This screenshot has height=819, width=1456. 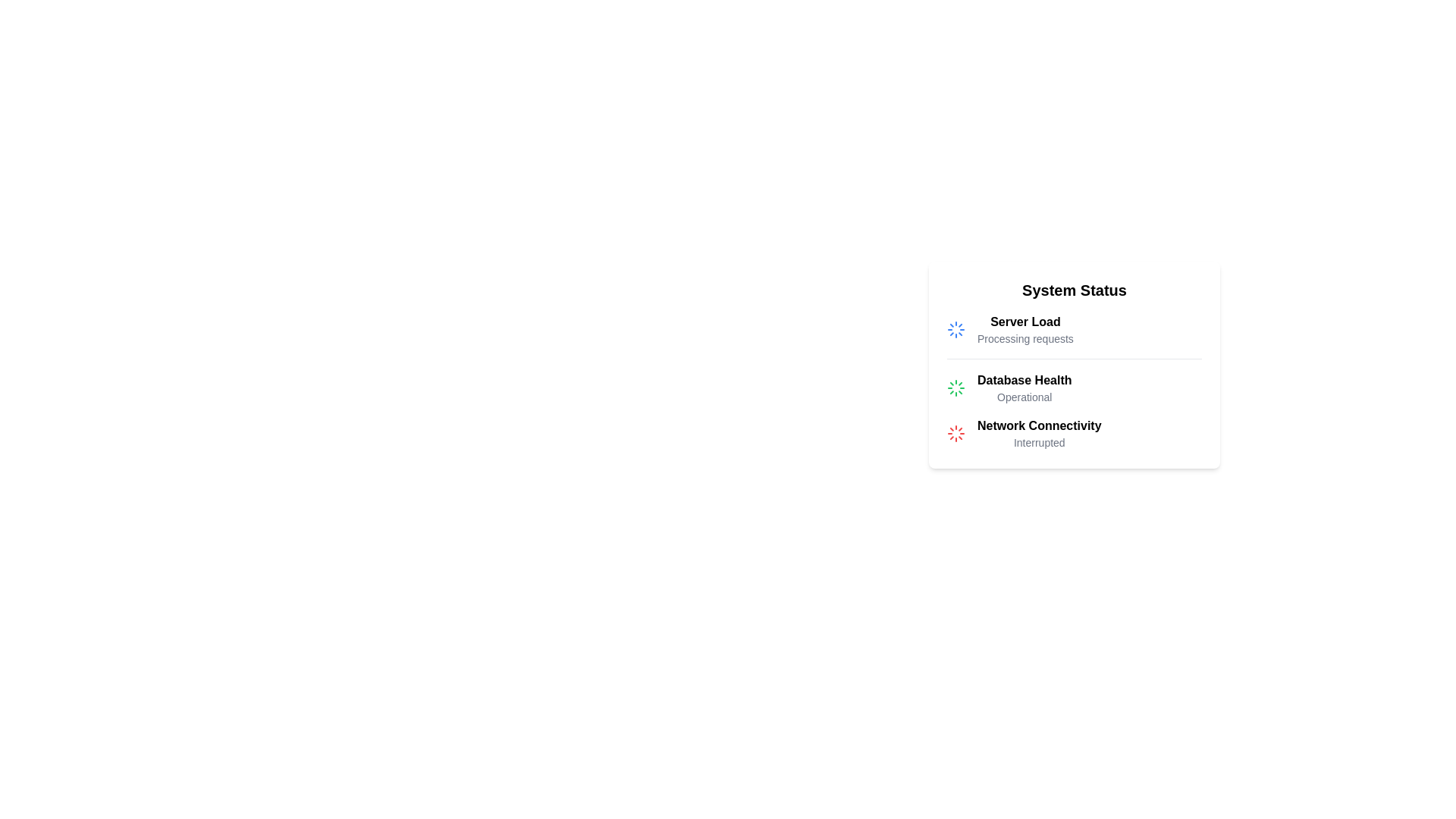 I want to click on the spinning blue loader icon located on the leftmost portion of the 'Server Load' section within the 'System Status' card, which indicates activity in progress, so click(x=955, y=329).